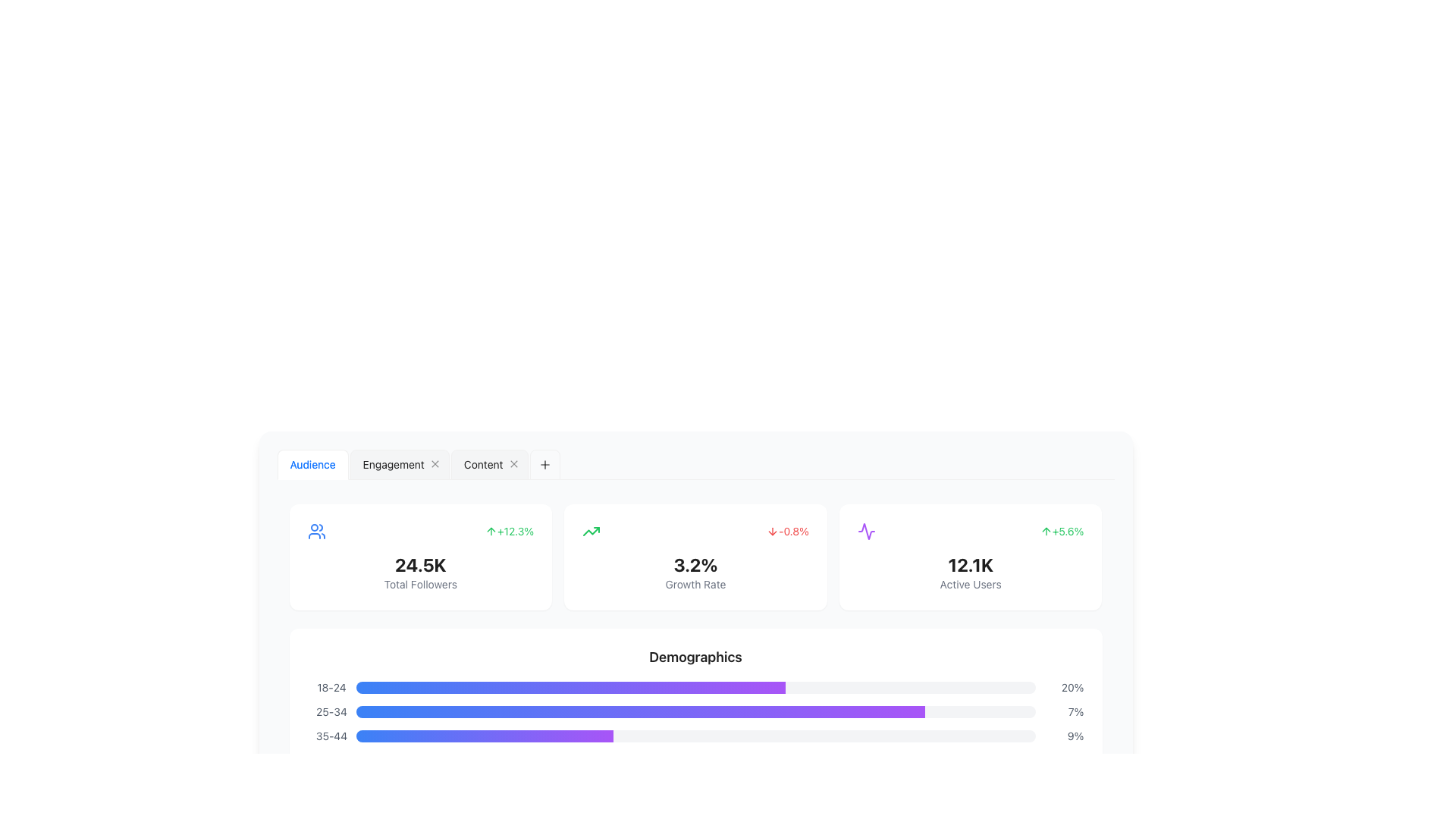 This screenshot has height=819, width=1456. I want to click on the progress bar representing the demographic data metric for the '25-34' age group, which shows a percentage value of 7%. This is the second progress bar in the vertical list of demographic data visualizations, so click(695, 711).